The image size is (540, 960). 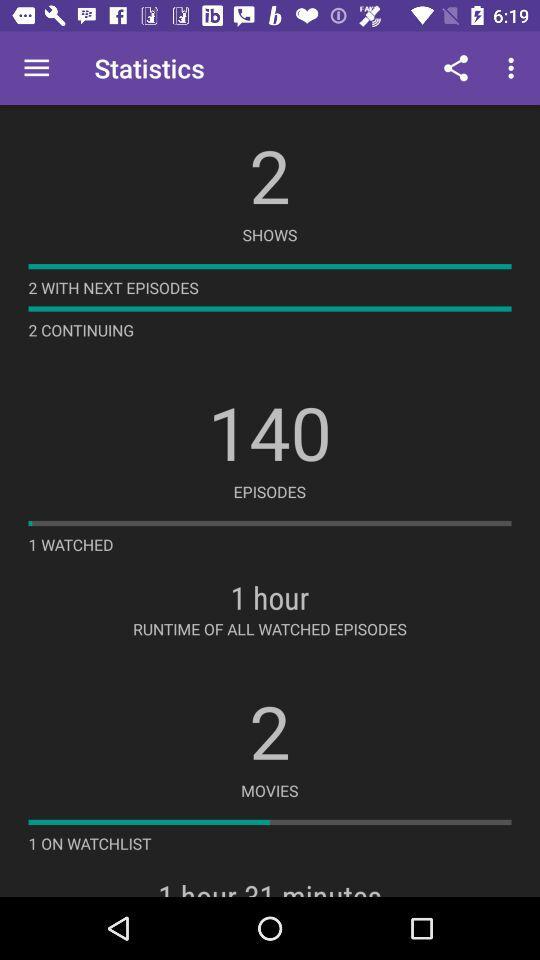 What do you see at coordinates (70, 544) in the screenshot?
I see `1 watched icon` at bounding box center [70, 544].